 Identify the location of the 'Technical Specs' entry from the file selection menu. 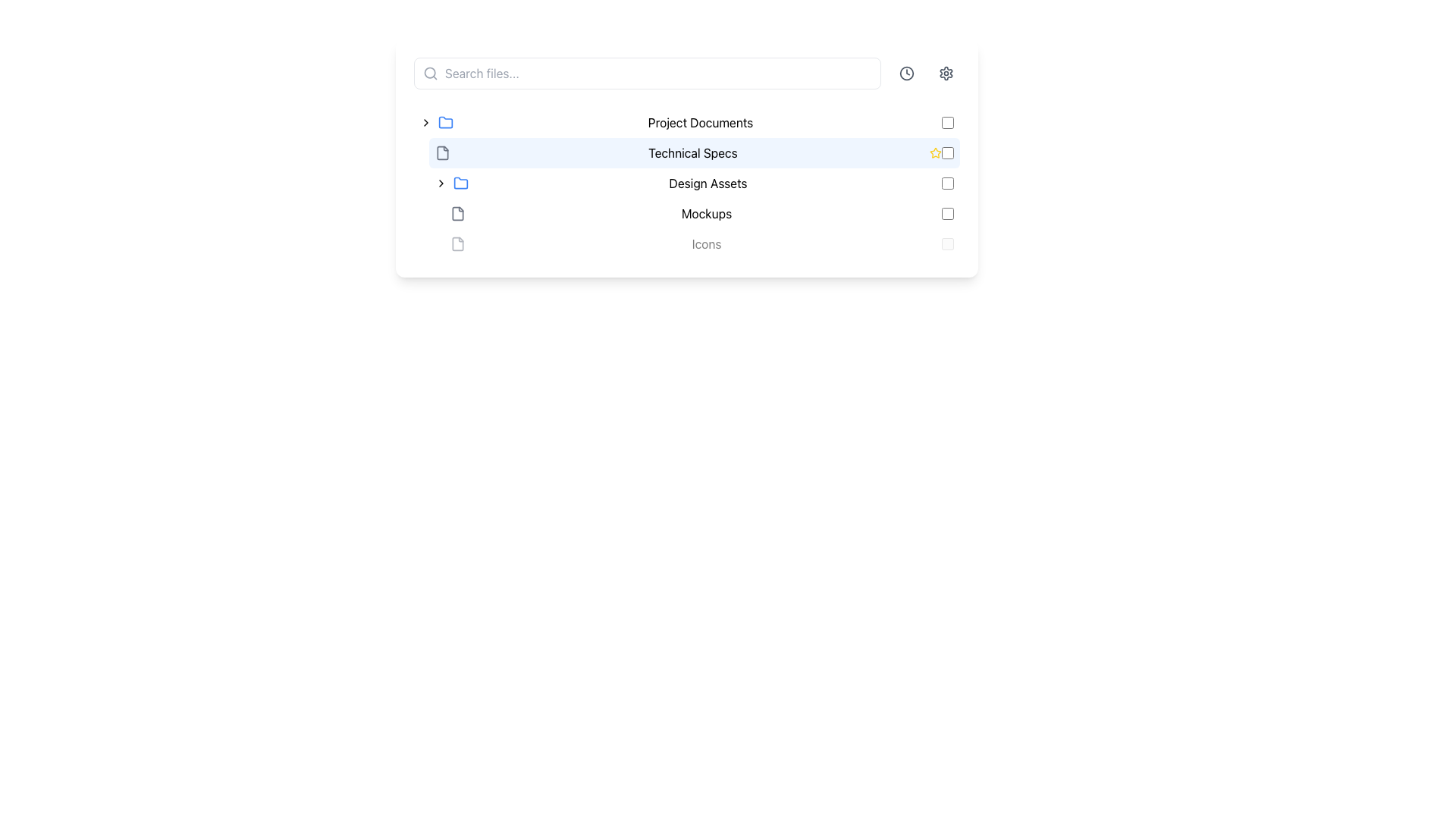
(686, 158).